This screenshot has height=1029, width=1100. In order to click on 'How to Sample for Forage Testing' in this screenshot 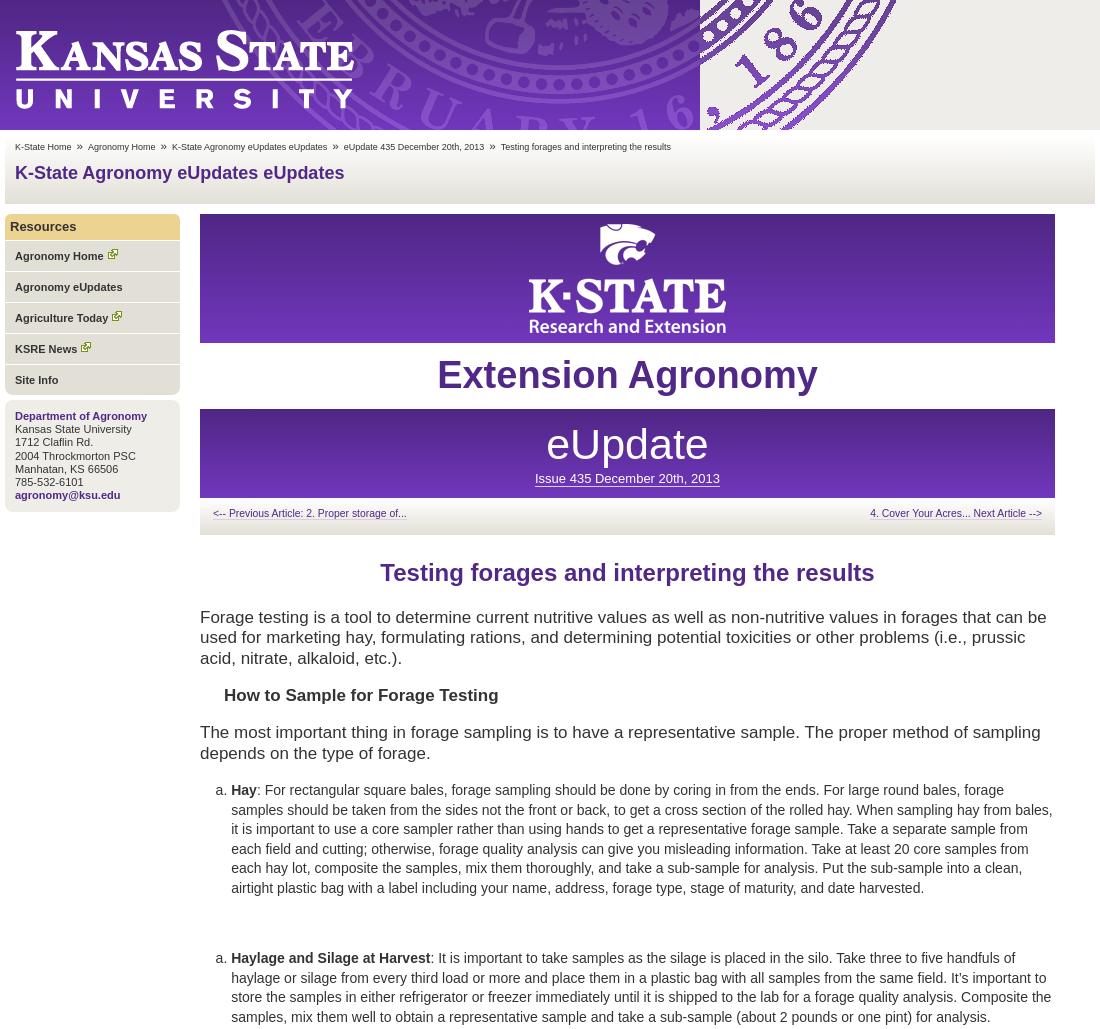, I will do `click(361, 693)`.